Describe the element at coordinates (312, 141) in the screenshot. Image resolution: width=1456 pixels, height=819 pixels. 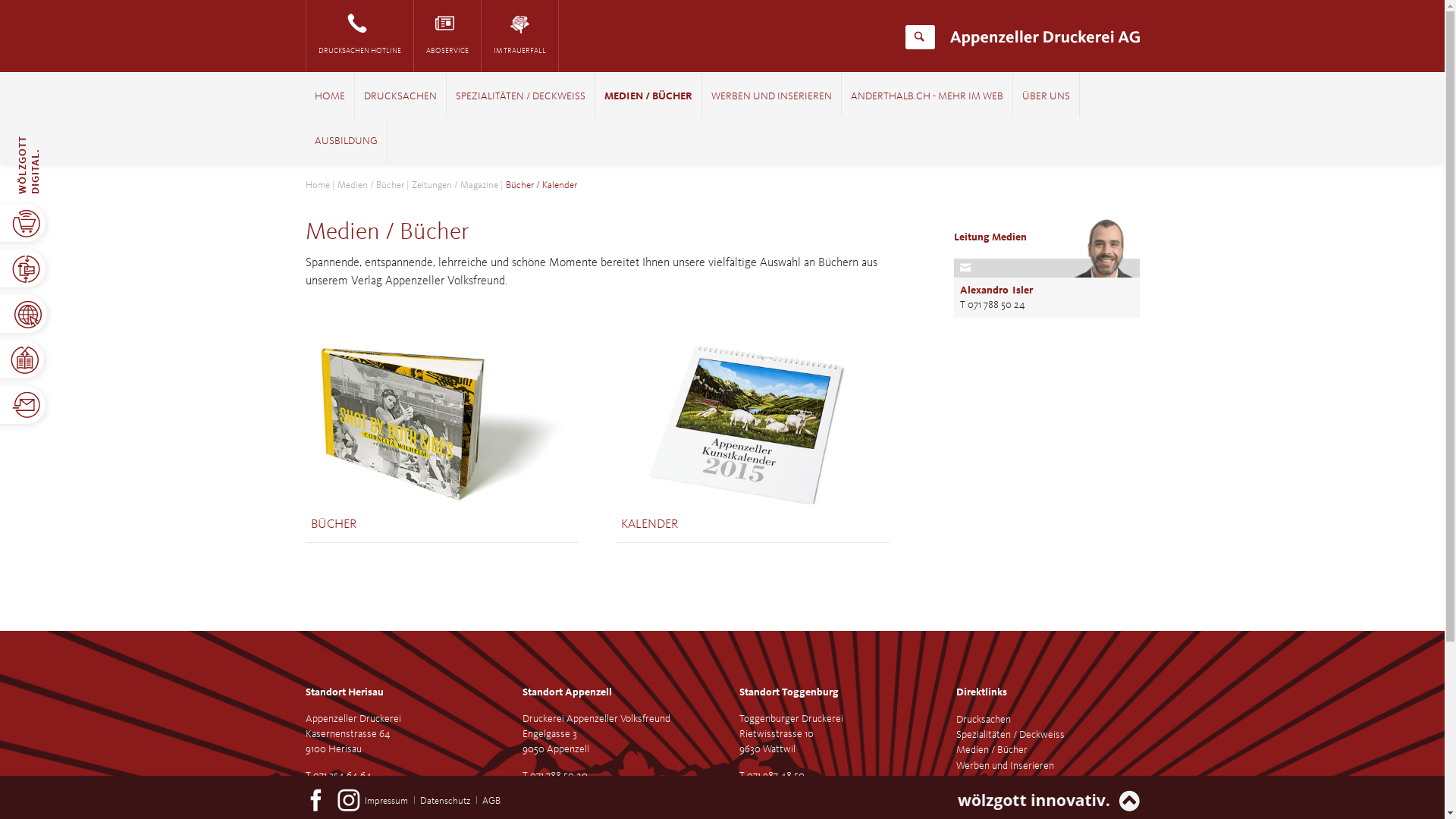
I see `'AUSBILDUNG'` at that location.